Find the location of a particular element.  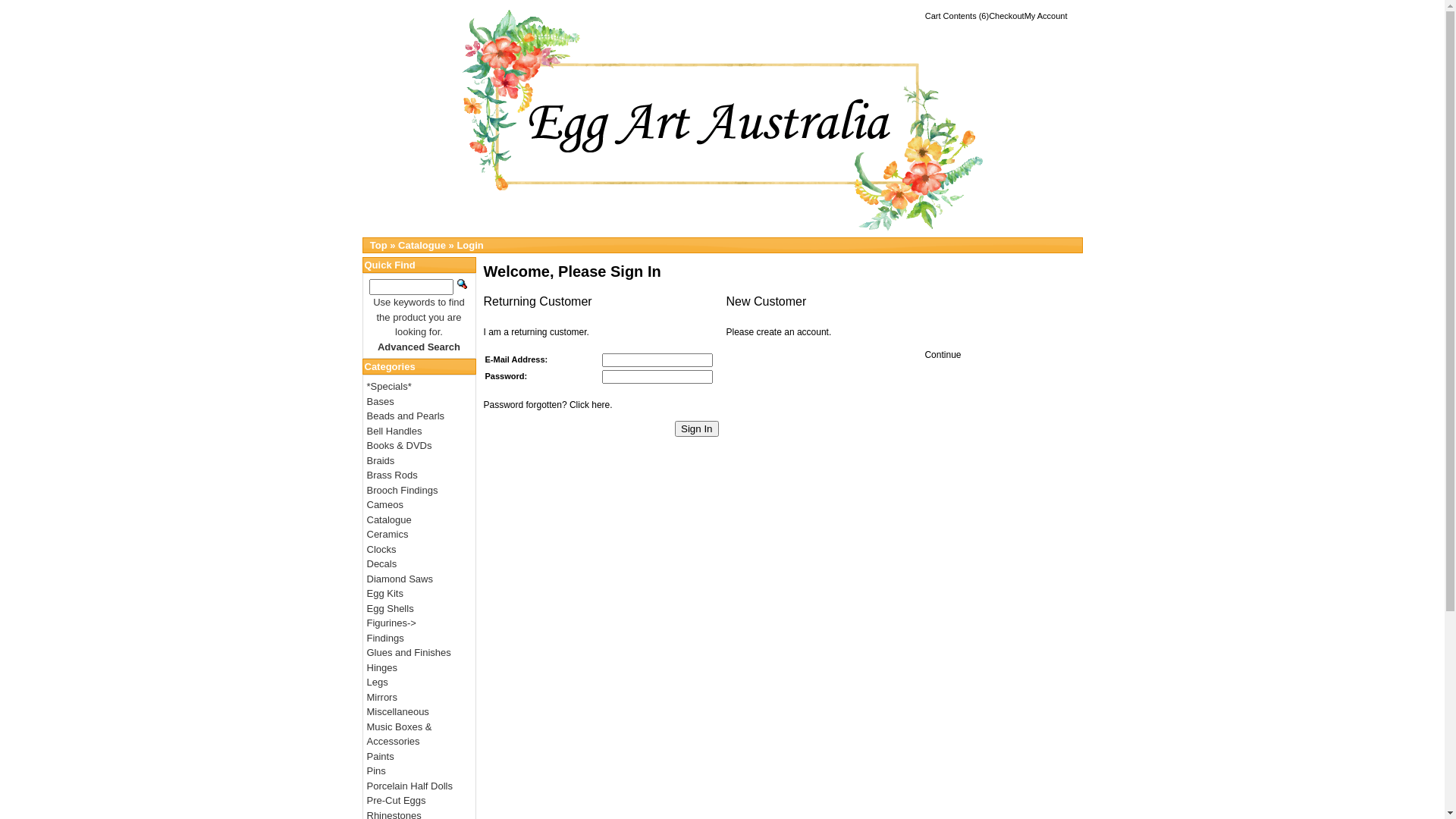

'Diamond Saws' is located at coordinates (367, 579).